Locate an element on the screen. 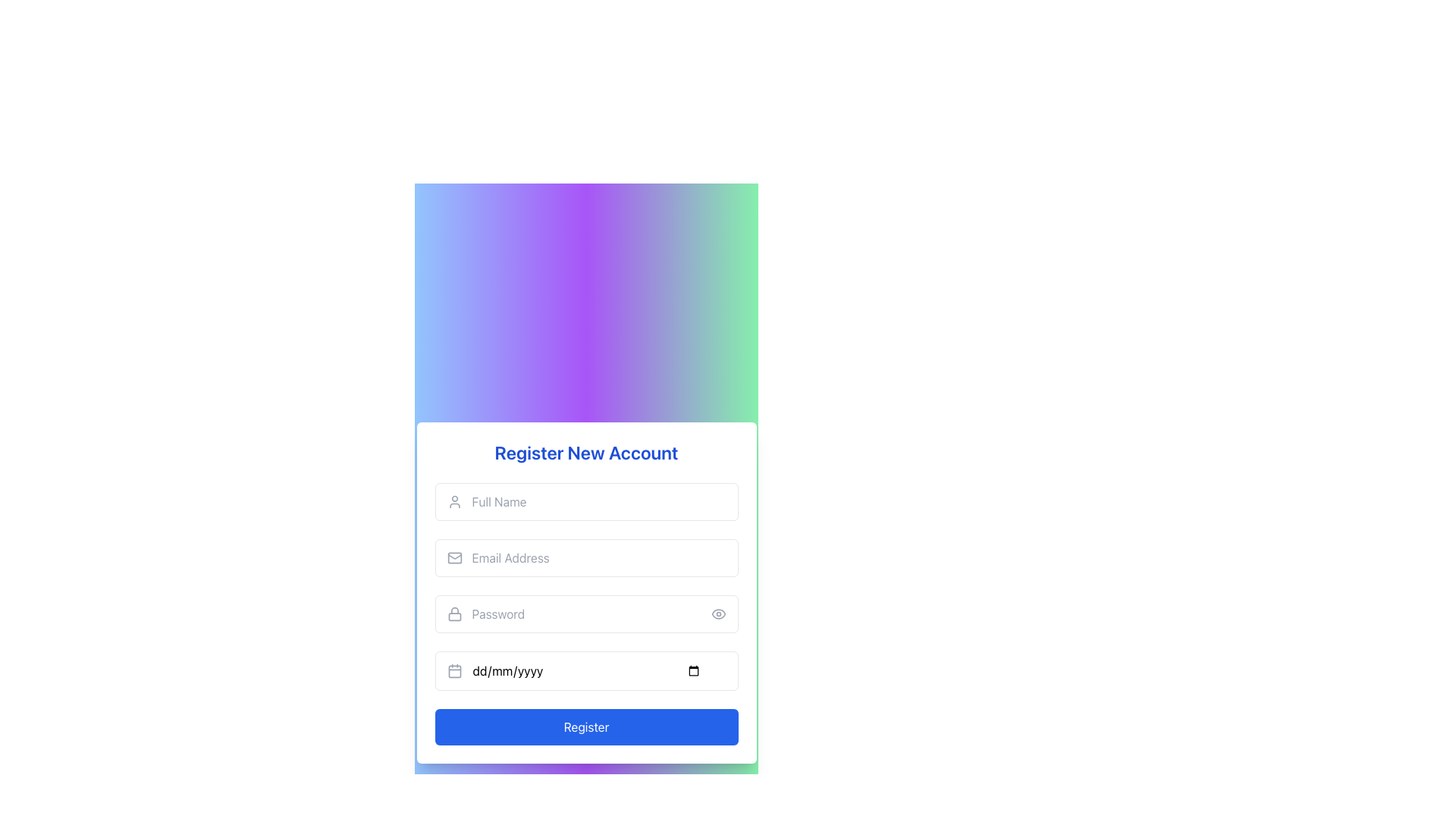 Image resolution: width=1456 pixels, height=819 pixels. the calendar icon located is located at coordinates (453, 670).